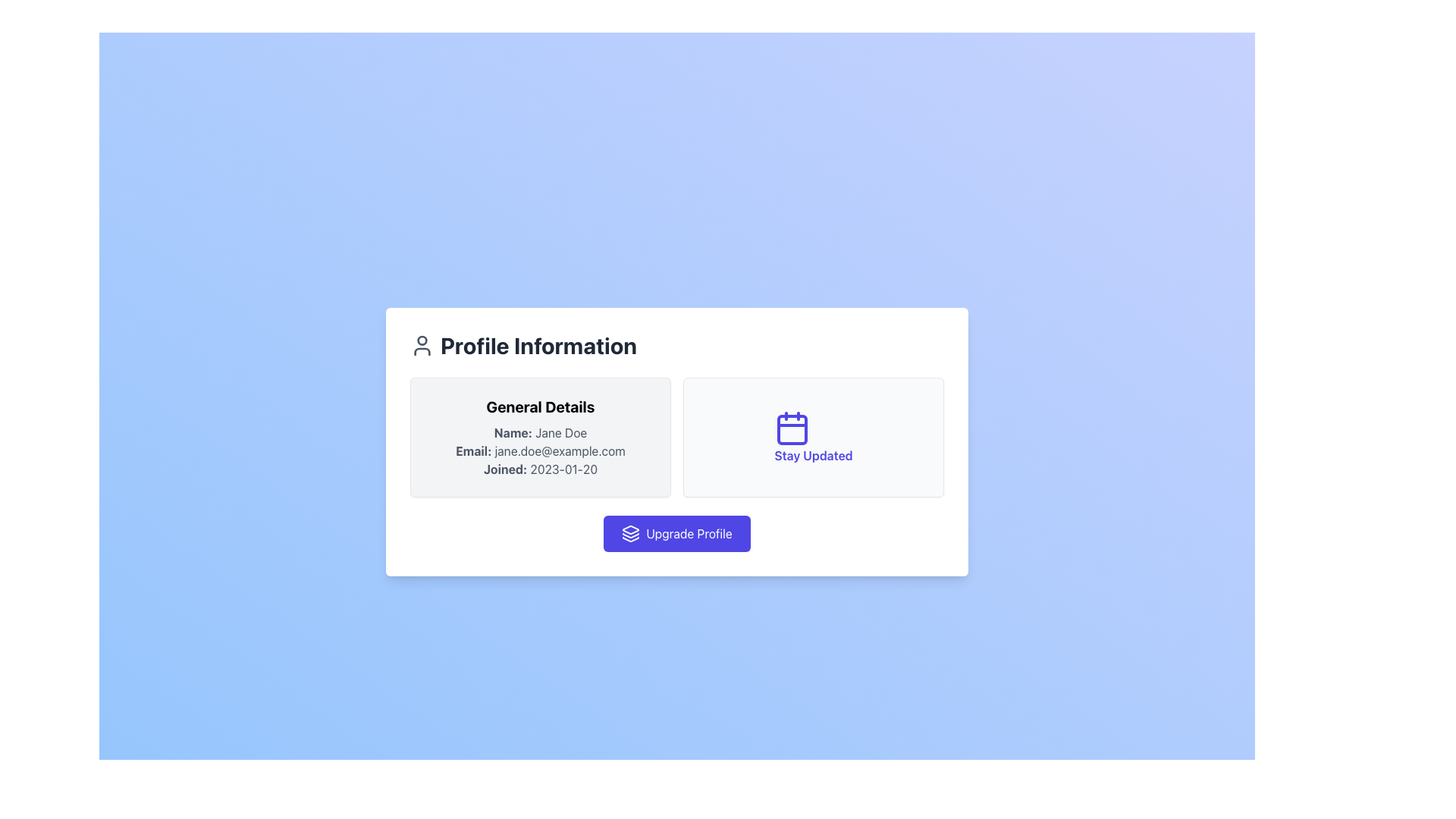 The image size is (1456, 819). I want to click on the Text label that serves as a title or descriptor for the associated card content, located within the 'Profile Information' section, directly beneath the calendar icon, so click(813, 455).